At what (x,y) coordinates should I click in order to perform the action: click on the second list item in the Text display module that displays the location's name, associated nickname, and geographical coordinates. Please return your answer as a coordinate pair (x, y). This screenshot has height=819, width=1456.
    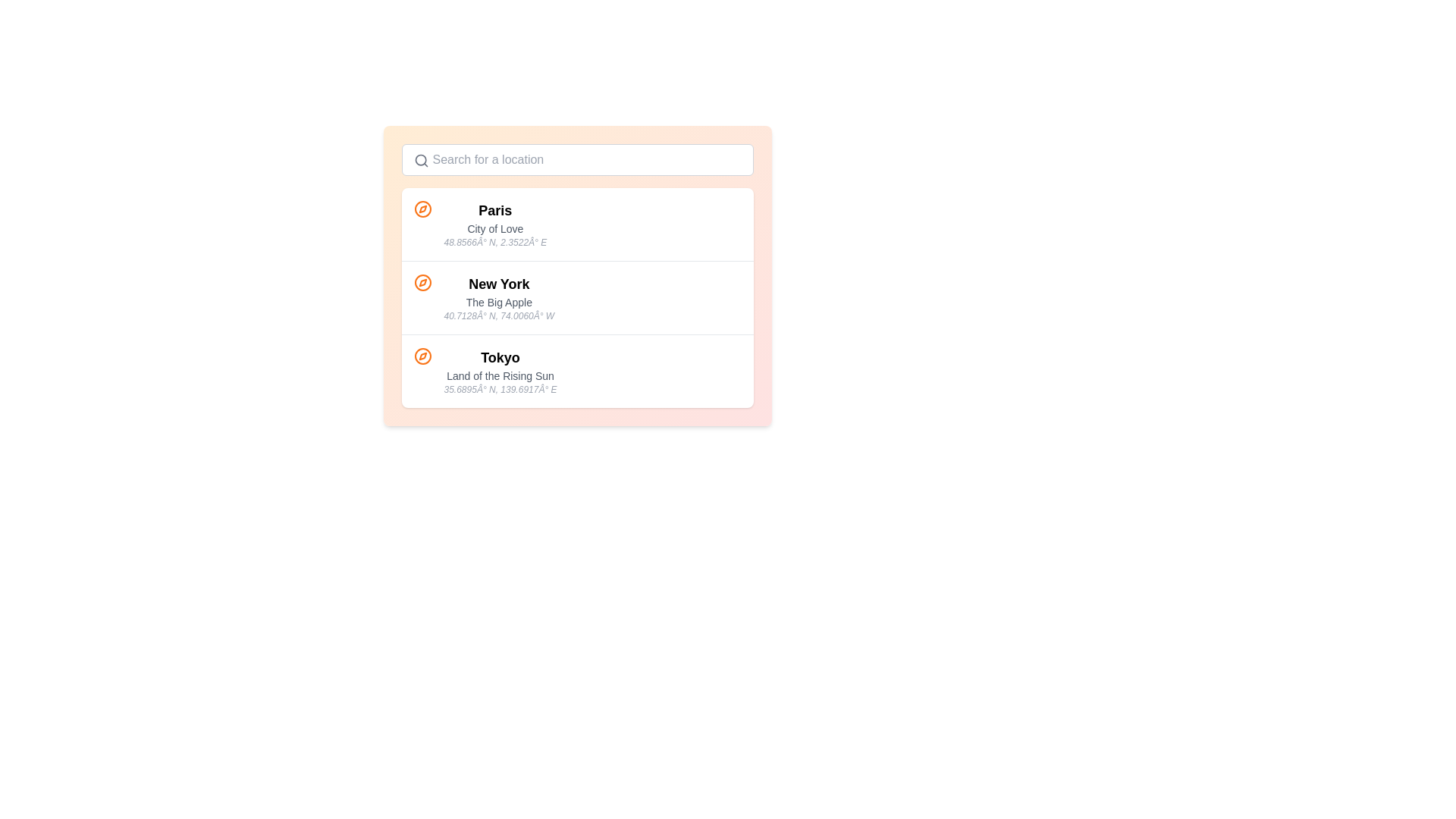
    Looking at the image, I should click on (499, 298).